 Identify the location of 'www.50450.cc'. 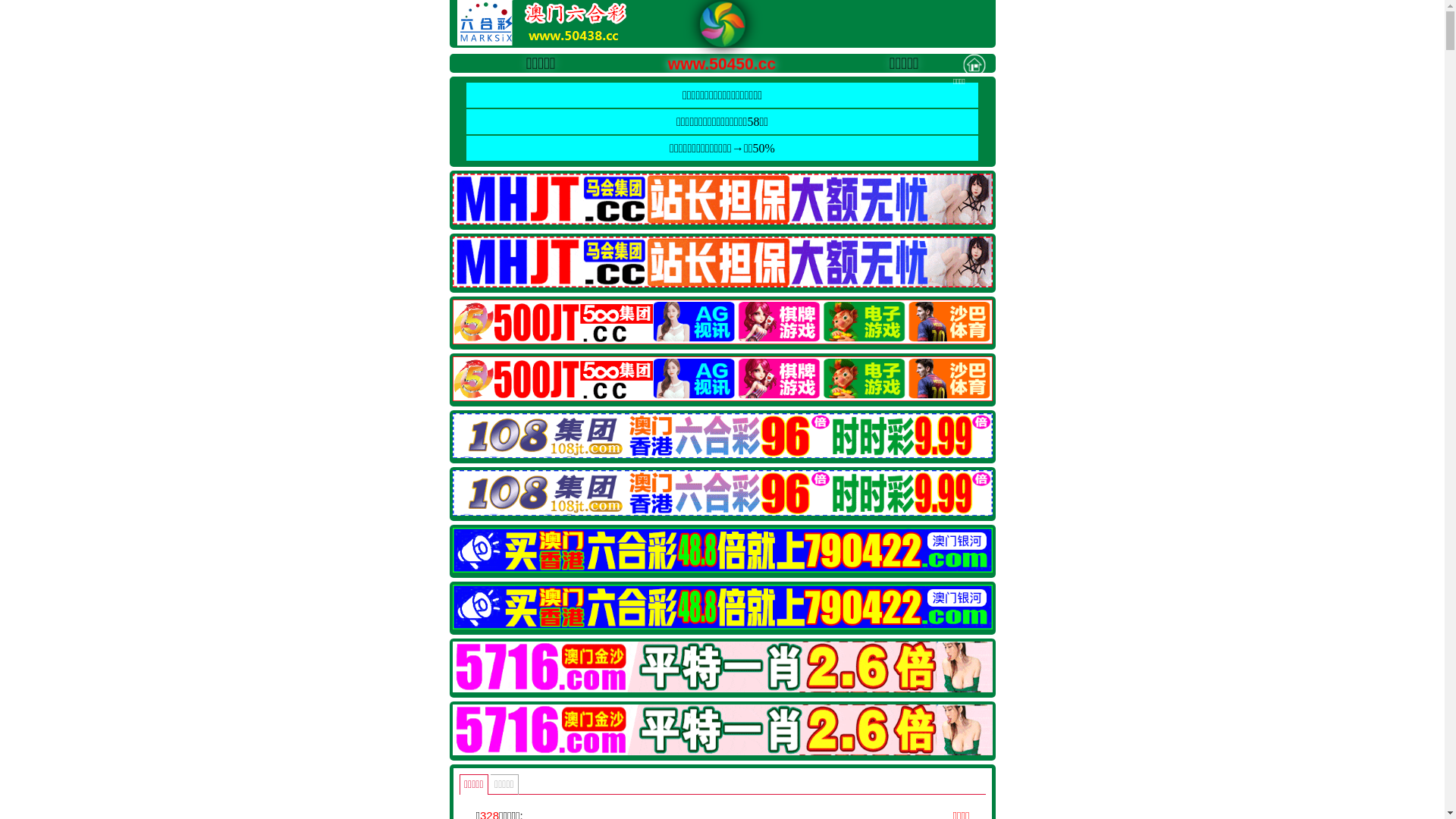
(704, 61).